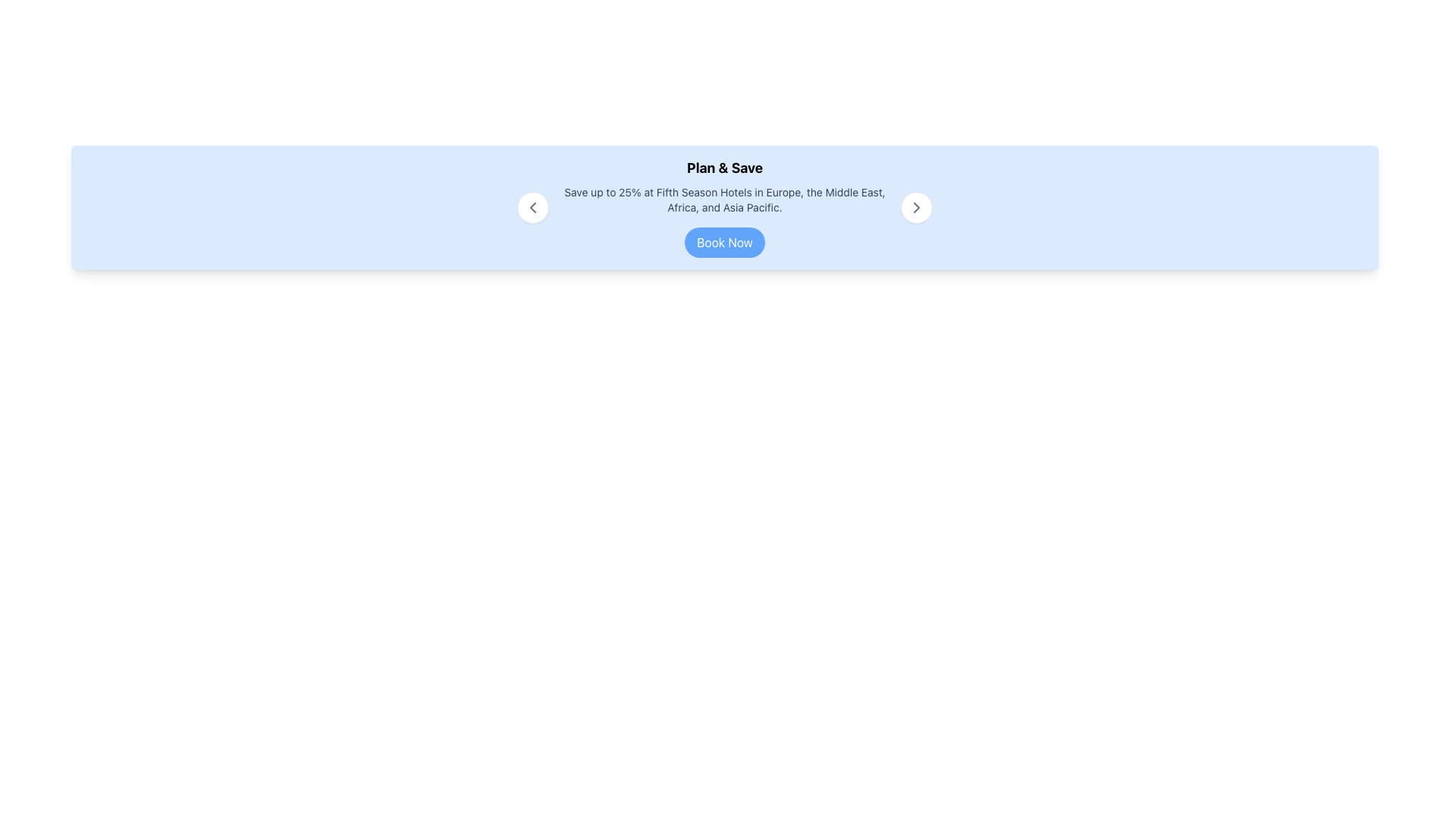 This screenshot has height=819, width=1456. What do you see at coordinates (723, 199) in the screenshot?
I see `the text block that states 'Save up to 25% at Fifth Season Hotels in Europe, the Middle East, Africa, and Asia Pacific.' This text block is styled in a small grey font and is located on a light blue background, positioned below the 'Plan & Save' header and above the 'Book Now' button` at bounding box center [723, 199].